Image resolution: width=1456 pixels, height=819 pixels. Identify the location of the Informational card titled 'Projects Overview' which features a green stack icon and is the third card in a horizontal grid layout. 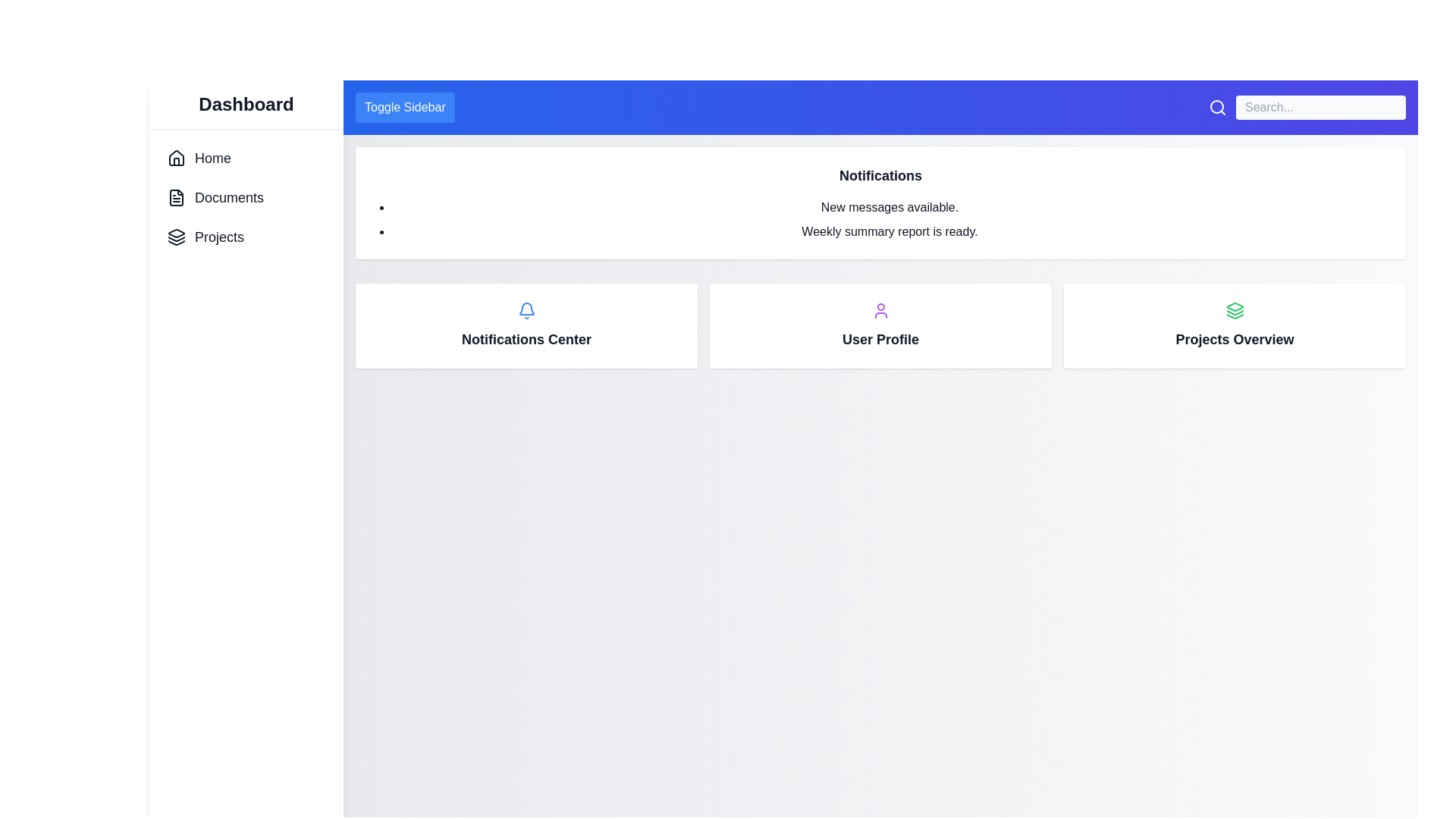
(1235, 325).